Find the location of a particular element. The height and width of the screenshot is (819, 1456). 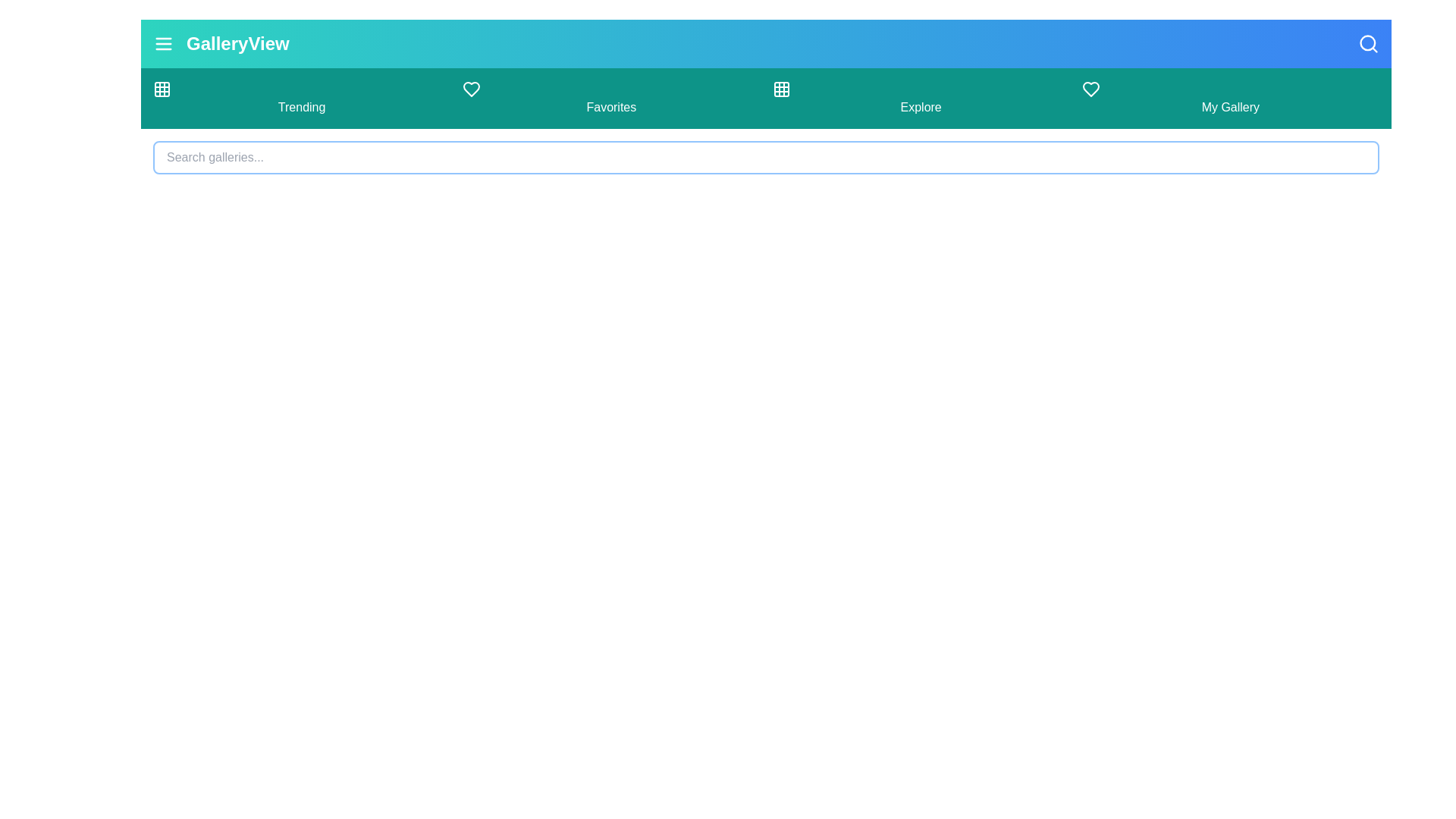

the menu item labeled Trending in the navigation drawer is located at coordinates (302, 99).